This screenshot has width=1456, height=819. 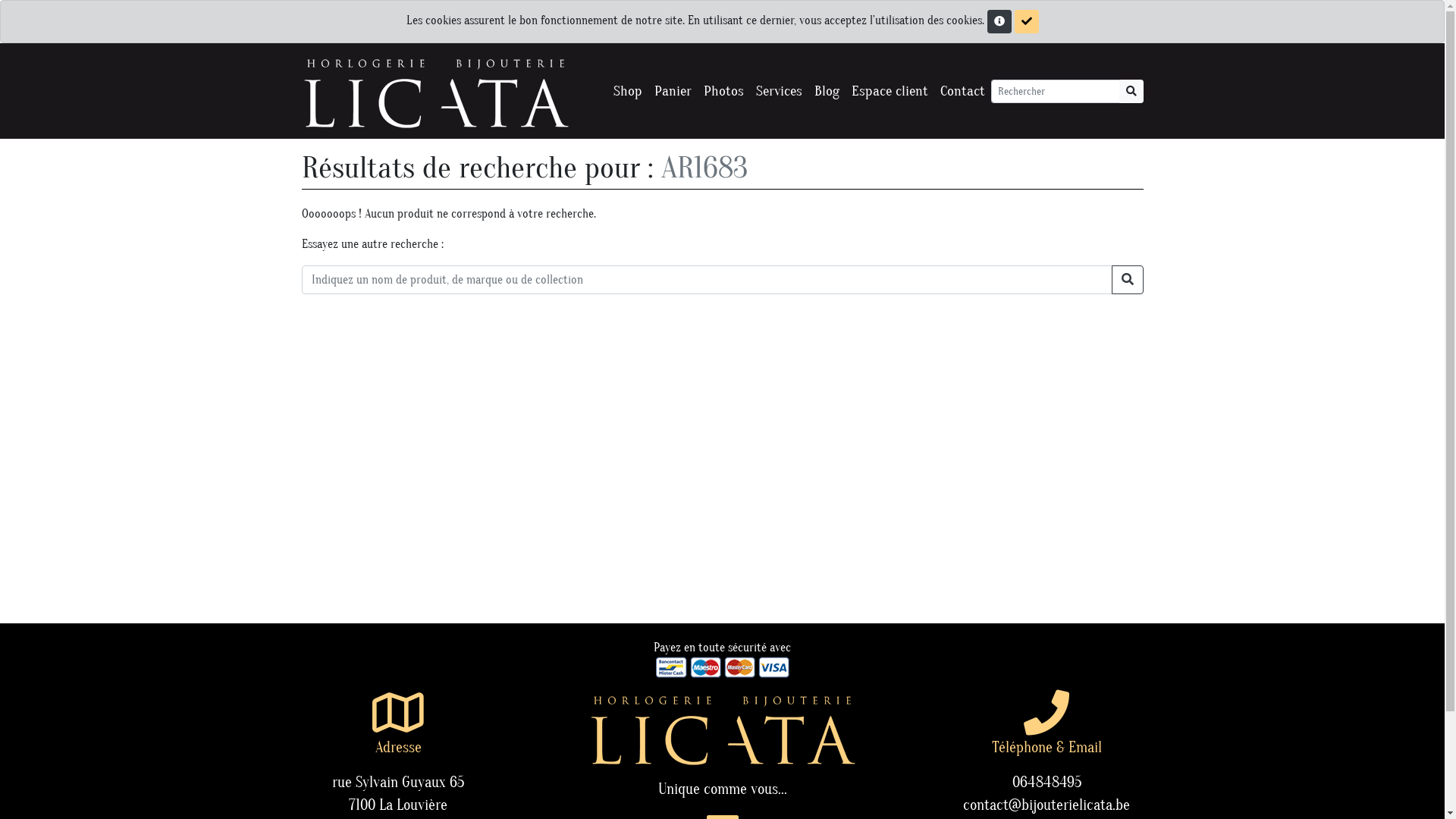 What do you see at coordinates (1046, 804) in the screenshot?
I see `'contact@bijouterielicata.be'` at bounding box center [1046, 804].